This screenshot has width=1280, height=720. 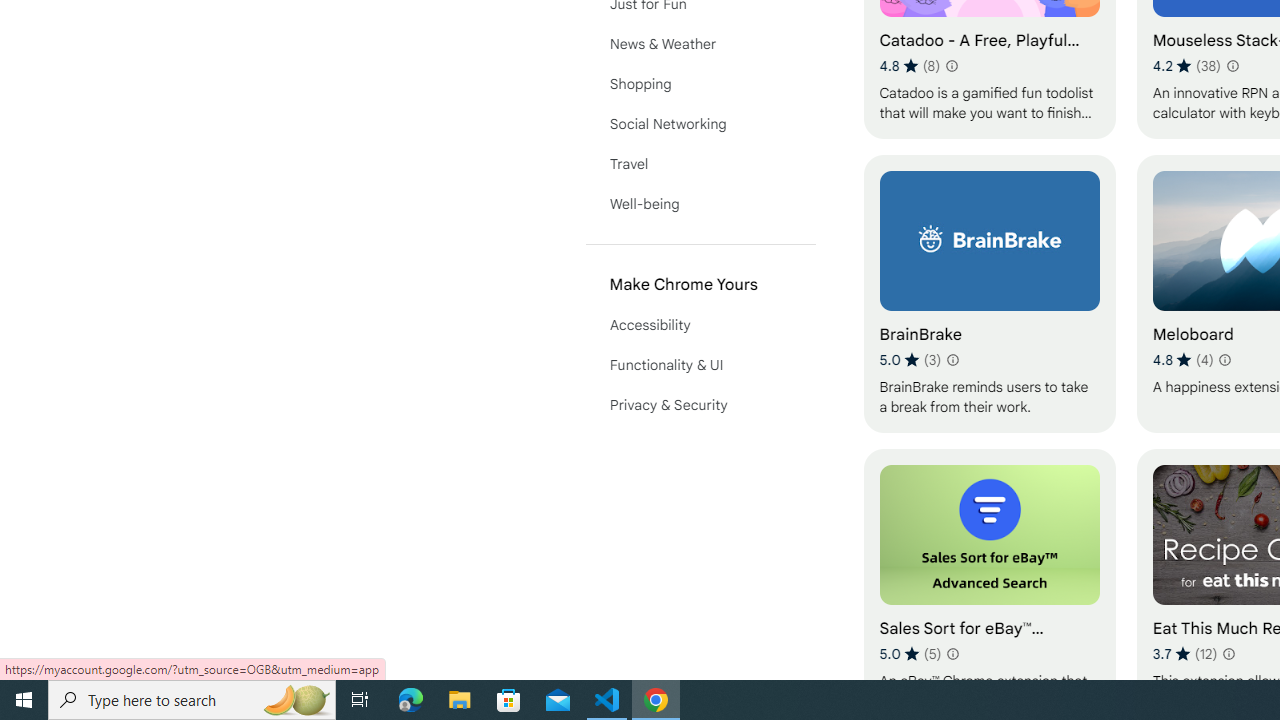 What do you see at coordinates (909, 360) in the screenshot?
I see `'Average rating 5 out of 5 stars. 3 ratings.'` at bounding box center [909, 360].